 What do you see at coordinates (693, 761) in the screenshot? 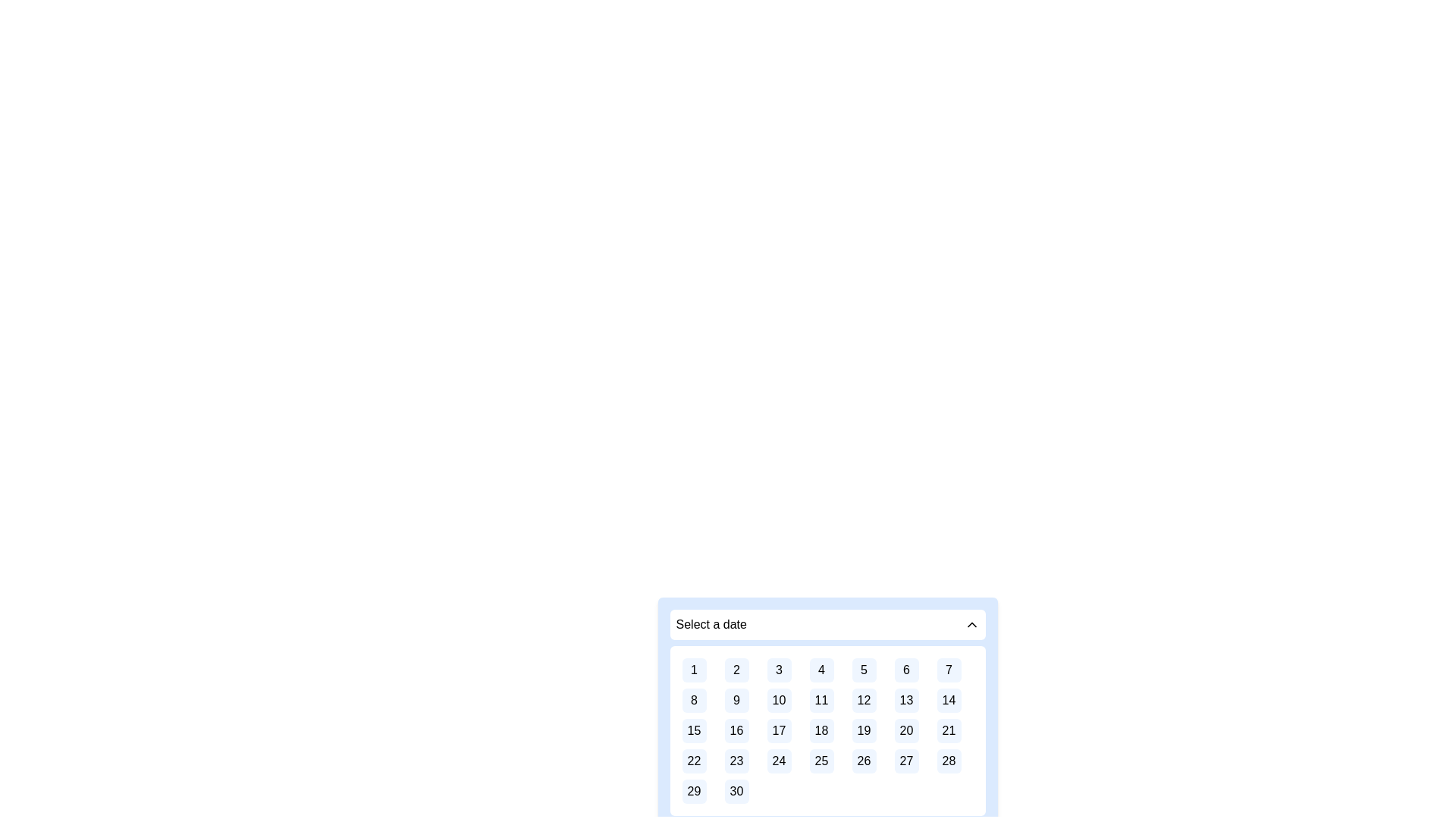
I see `the clickable calendar date button representing the 22nd in the date picker interface, located in the 5th row, 1st column of the grid` at bounding box center [693, 761].